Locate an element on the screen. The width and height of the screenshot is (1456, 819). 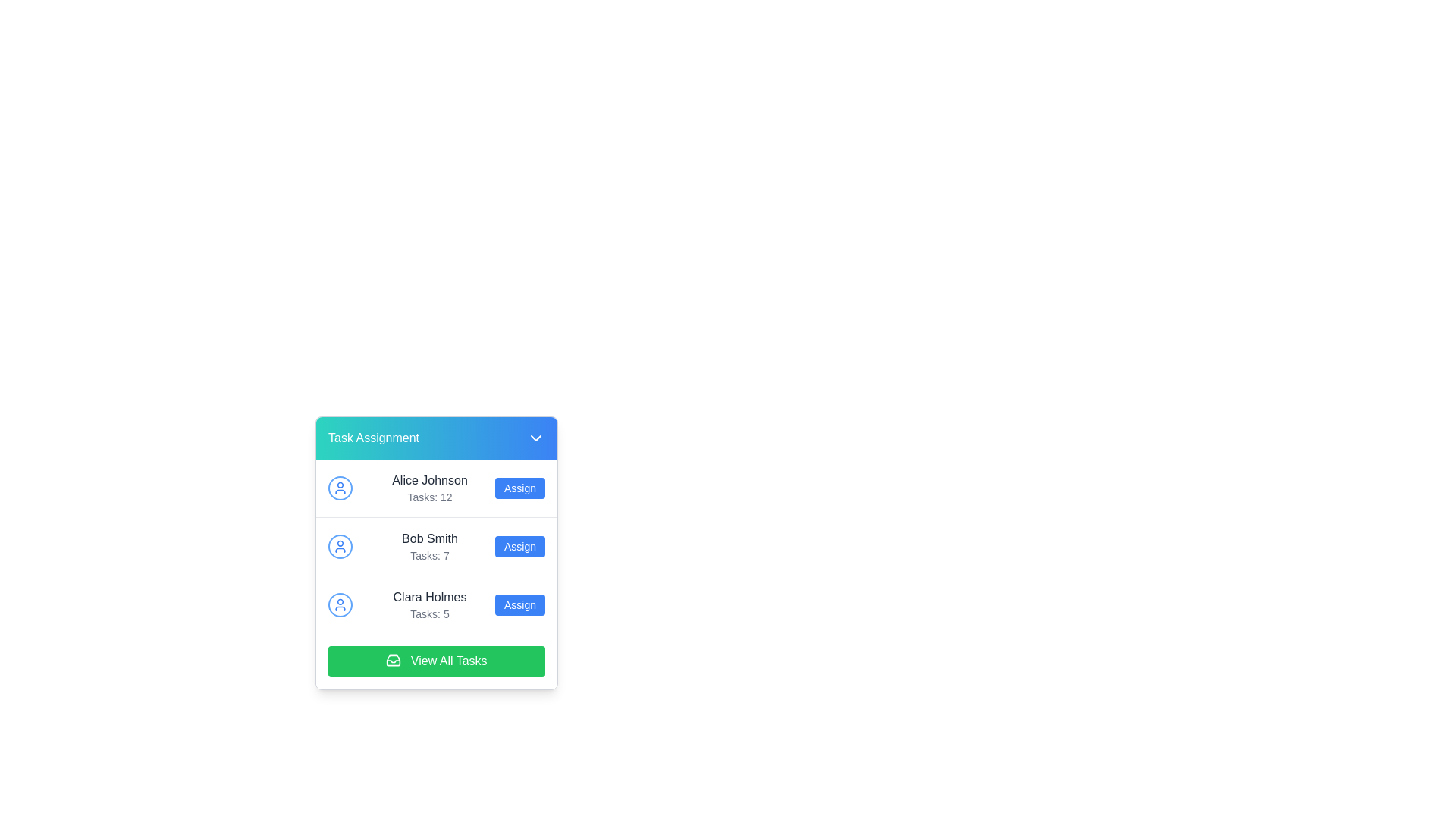
the text display area showing 'Clara Holmes' and 'Tasks: 5', located in the third row of the task assignment panel, surrounded by an avatar icon and an 'Assign' button is located at coordinates (428, 604).